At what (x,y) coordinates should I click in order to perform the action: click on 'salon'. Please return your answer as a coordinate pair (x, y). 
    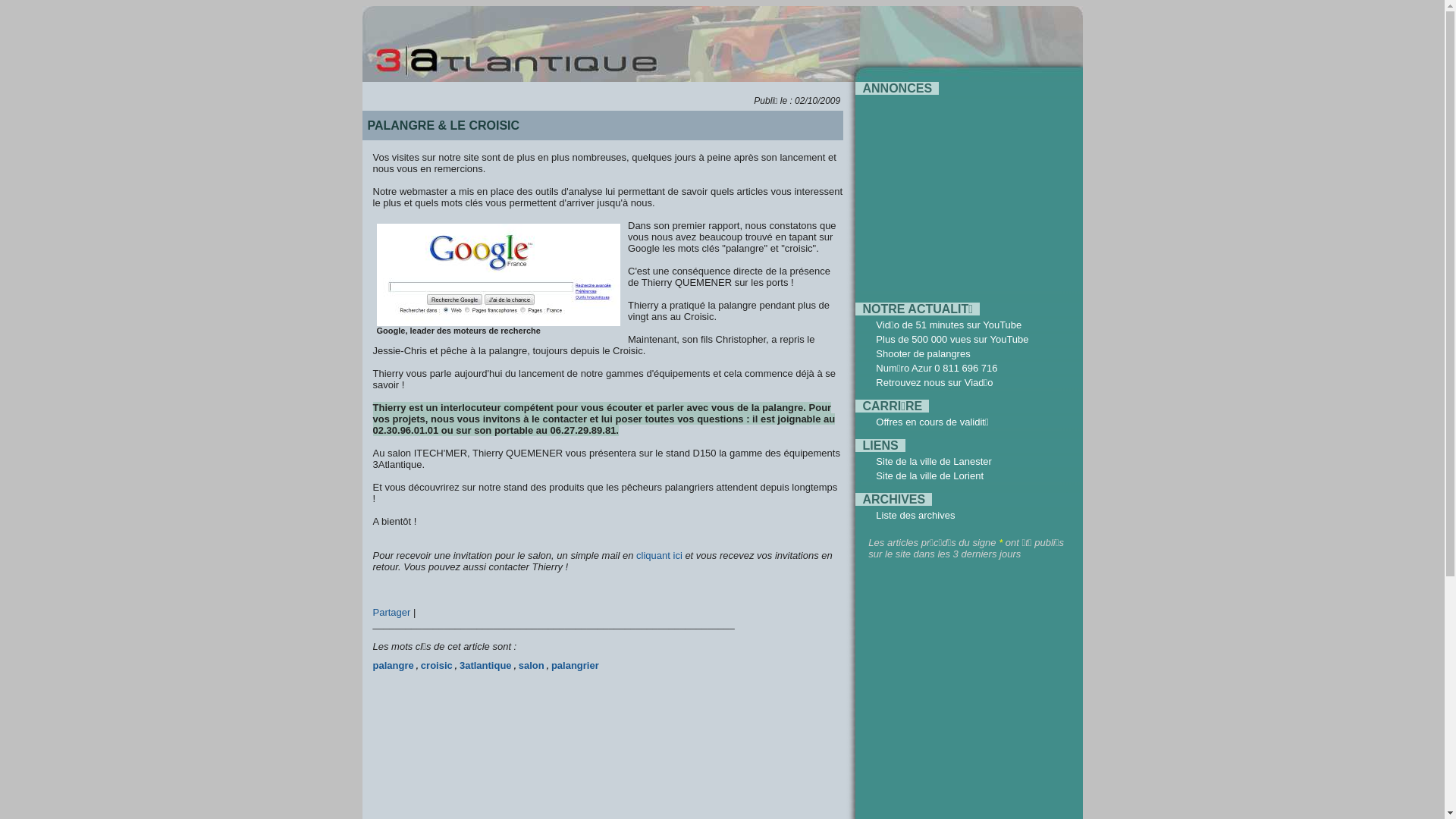
    Looking at the image, I should click on (531, 664).